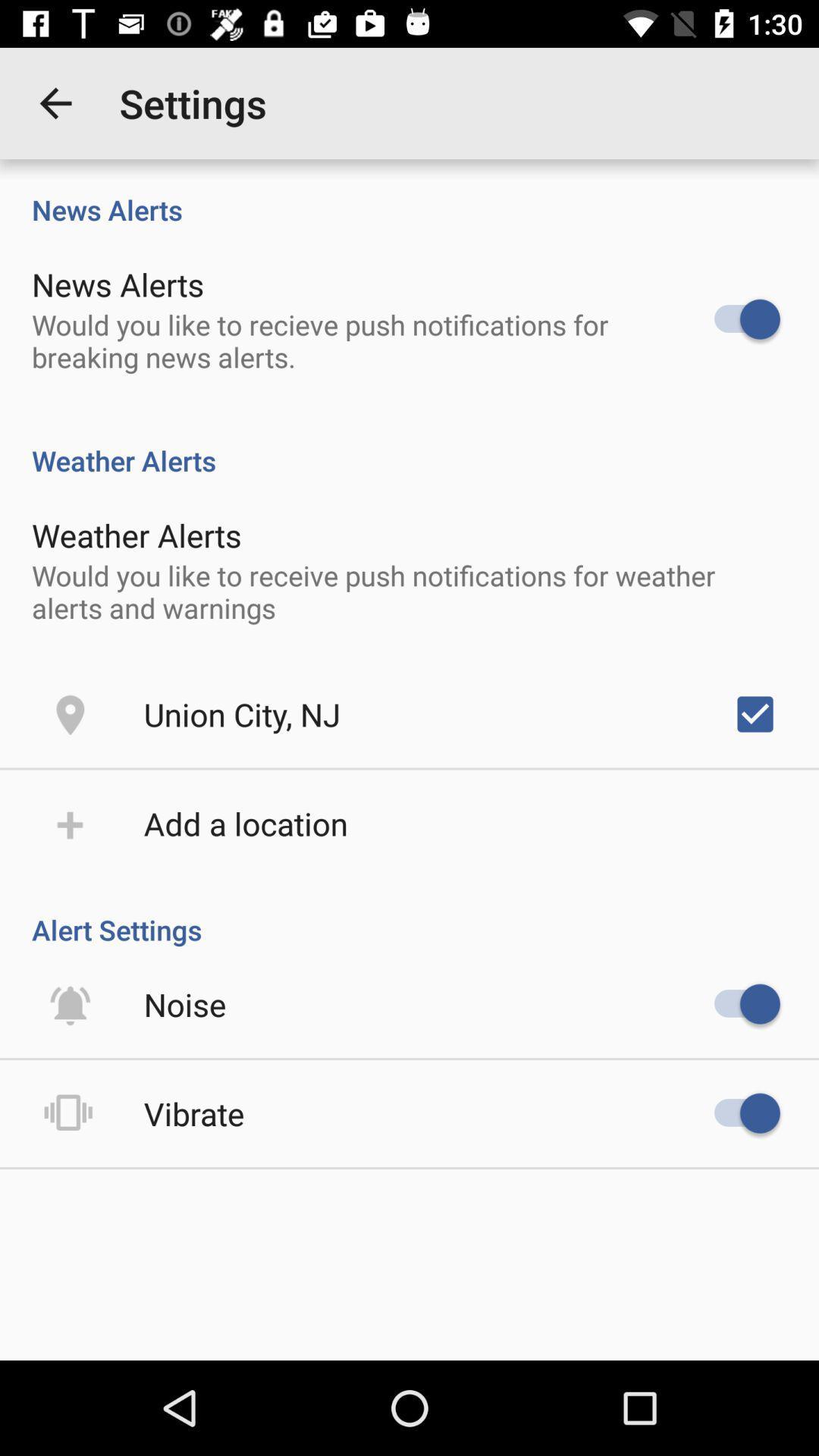 This screenshot has height=1456, width=819. What do you see at coordinates (184, 1004) in the screenshot?
I see `the item below alert settings item` at bounding box center [184, 1004].